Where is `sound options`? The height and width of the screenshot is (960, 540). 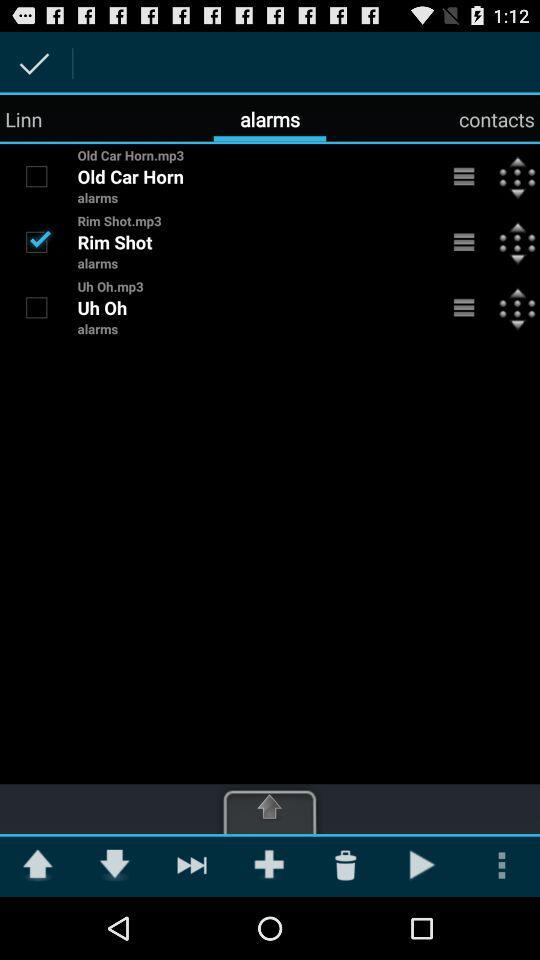
sound options is located at coordinates (464, 175).